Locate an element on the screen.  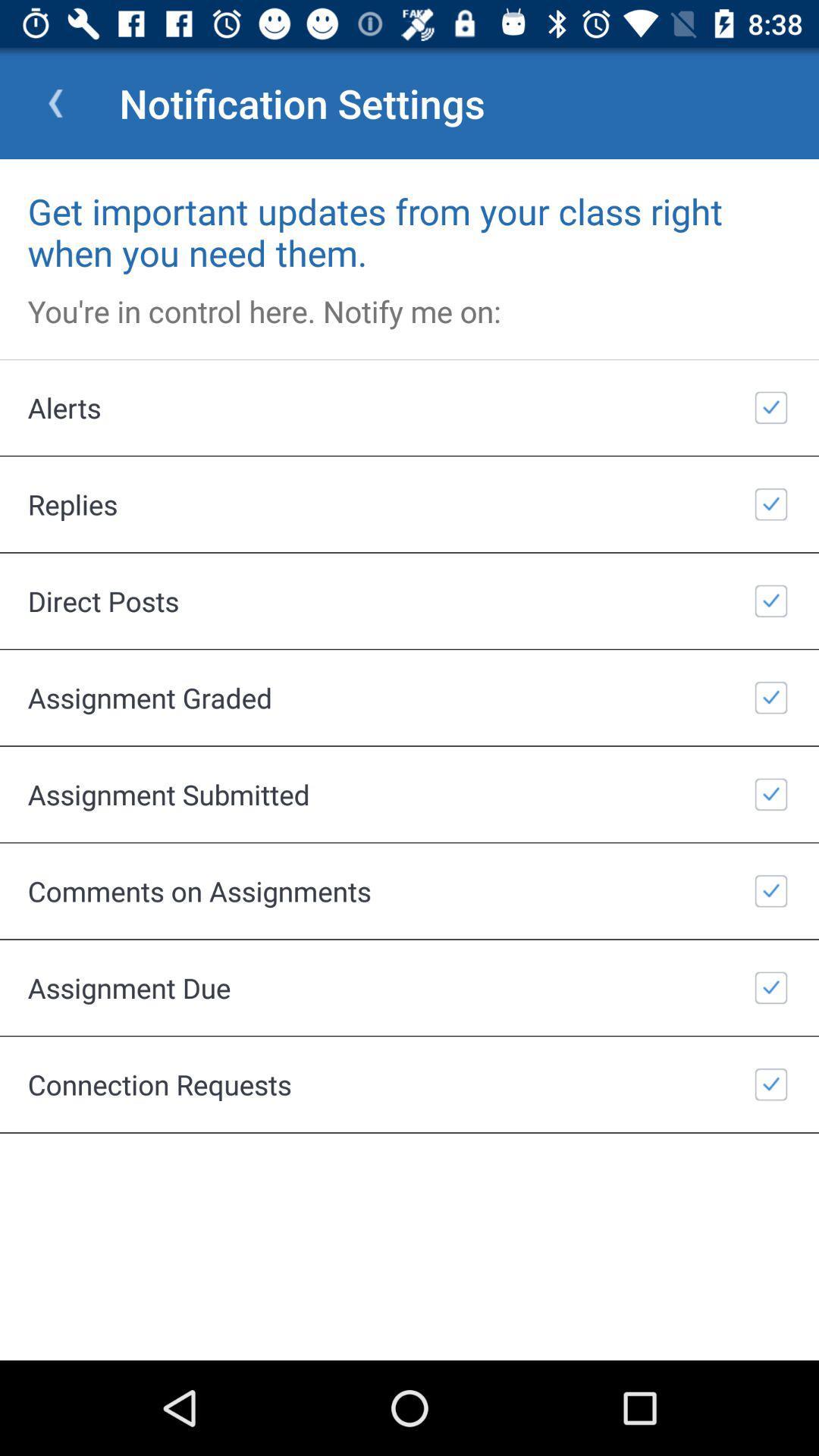
item next to notification settings is located at coordinates (55, 102).